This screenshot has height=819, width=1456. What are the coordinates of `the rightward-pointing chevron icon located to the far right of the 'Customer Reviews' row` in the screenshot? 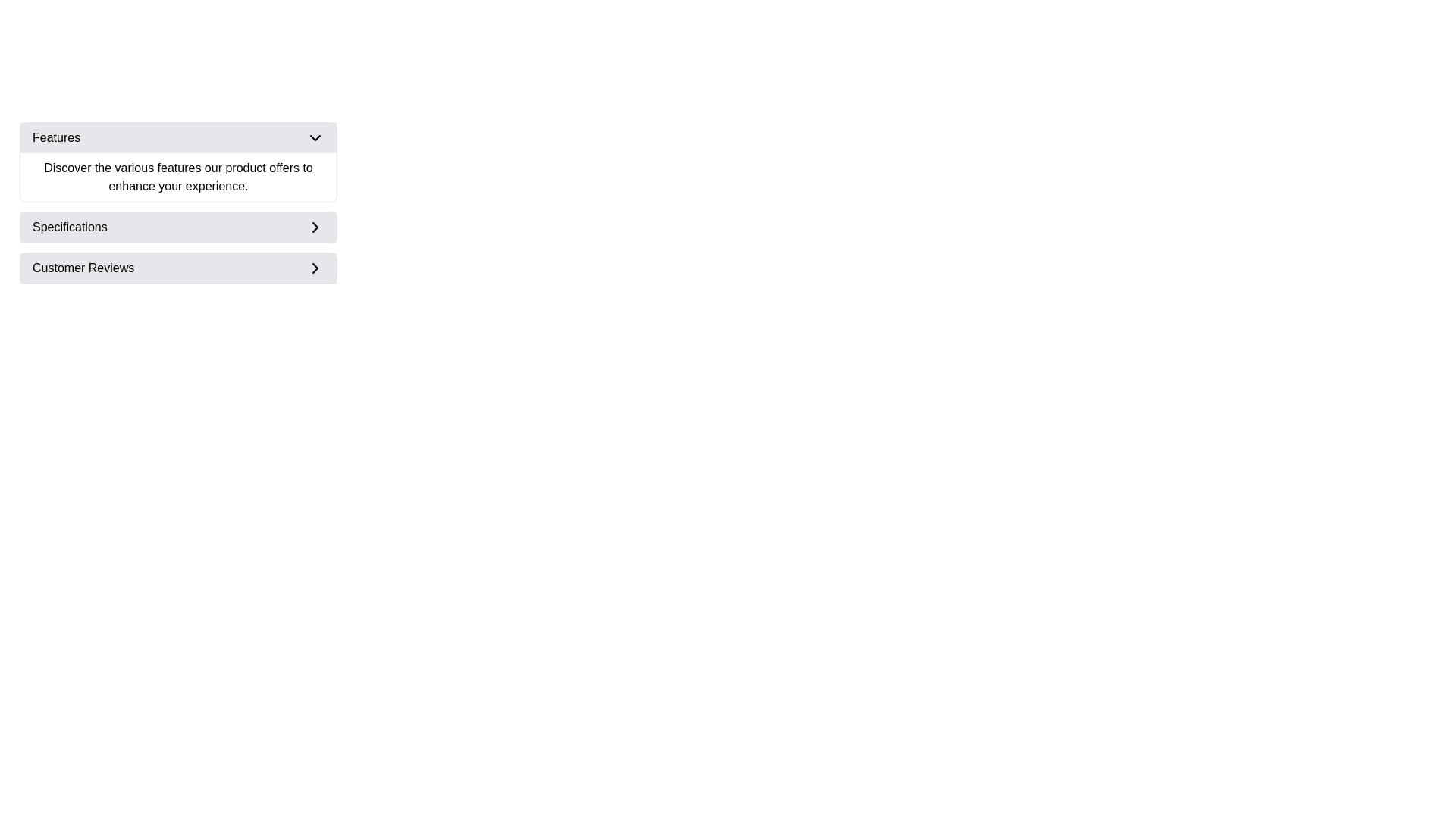 It's located at (315, 268).